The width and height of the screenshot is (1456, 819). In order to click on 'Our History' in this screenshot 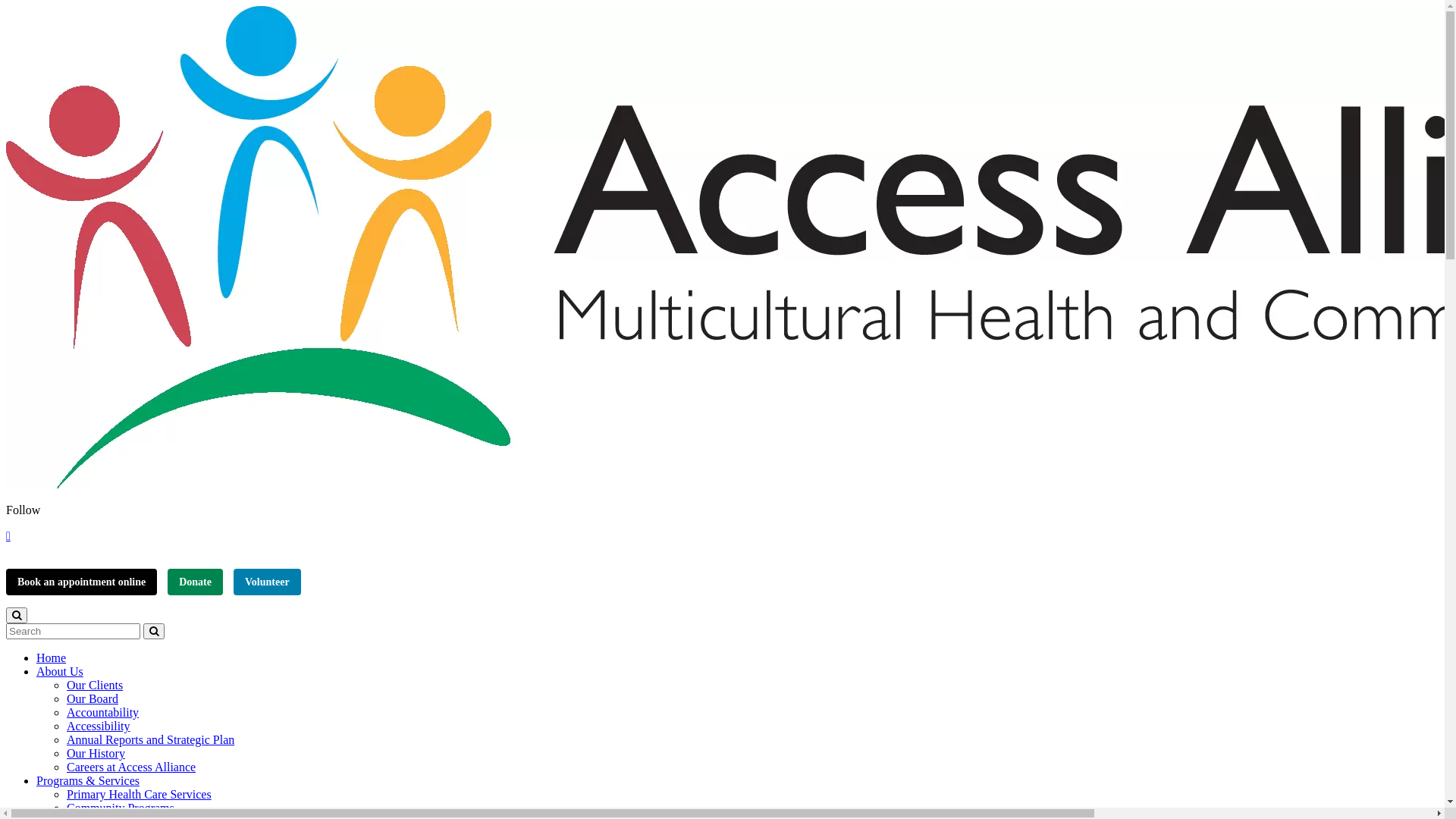, I will do `click(95, 753)`.